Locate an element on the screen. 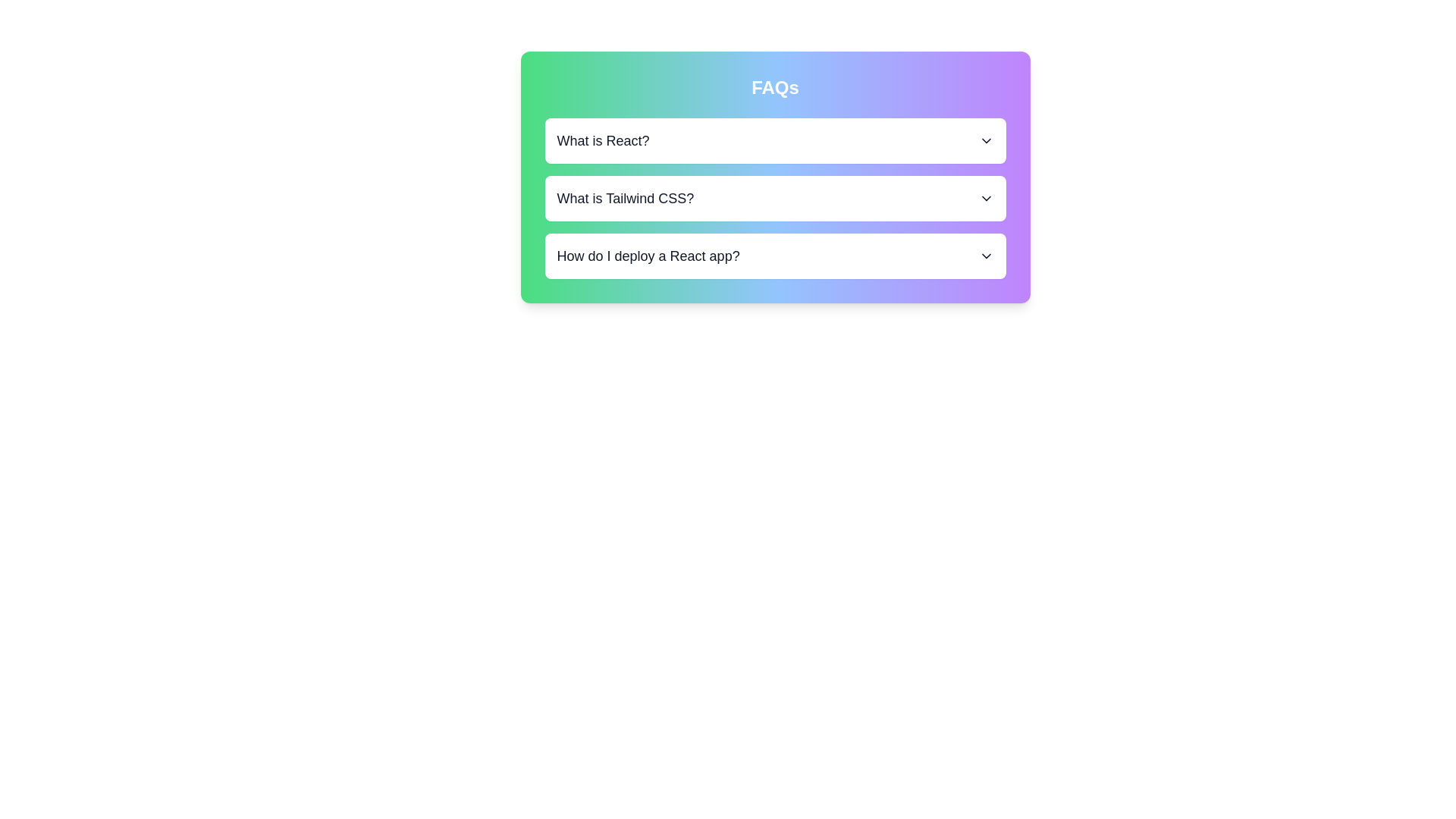 This screenshot has width=1456, height=819. the third interactive card in the FAQ section is located at coordinates (775, 256).